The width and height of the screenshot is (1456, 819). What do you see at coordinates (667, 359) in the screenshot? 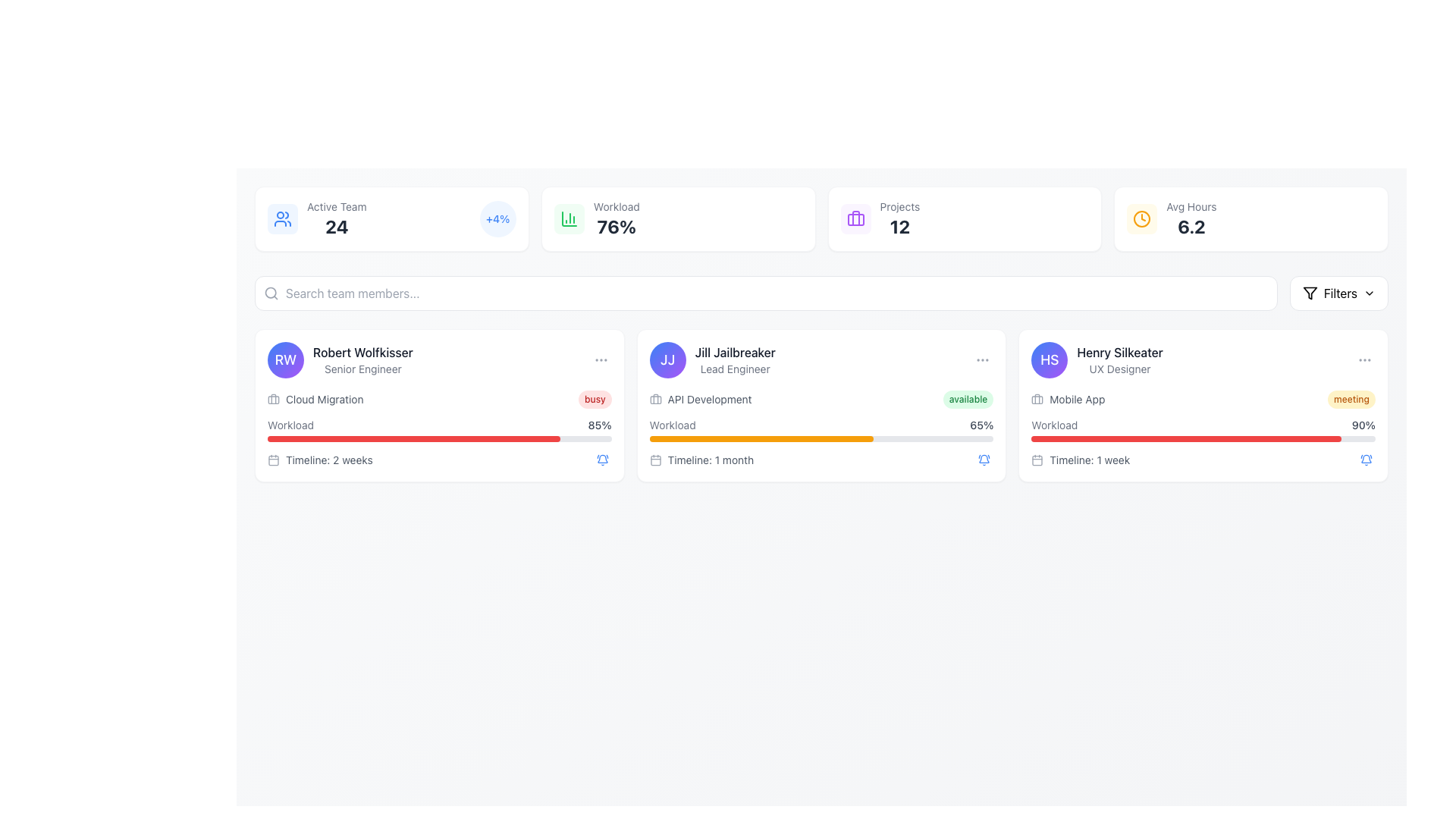
I see `the circular profile icon featuring the initials 'JJ' in white text, located to the left of the grouped section containing 'Jill Jailbreaker' and 'Lead Engineer'` at bounding box center [667, 359].